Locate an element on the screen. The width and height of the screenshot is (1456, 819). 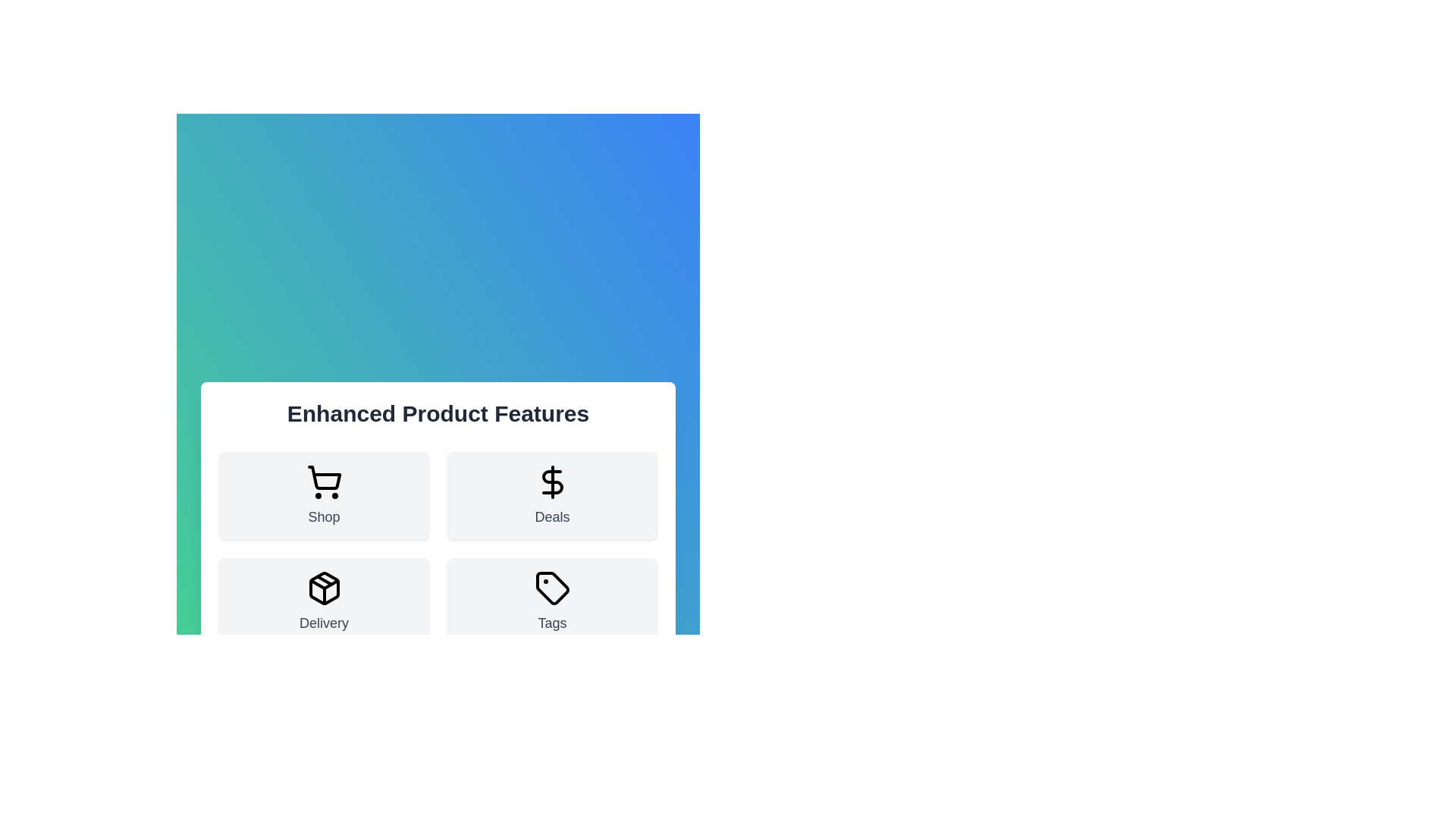
the 'Tags' button, which features a price tag icon and is located in the bottom-right corner of the grid layout below the 'Enhanced Product Features' heading is located at coordinates (551, 601).